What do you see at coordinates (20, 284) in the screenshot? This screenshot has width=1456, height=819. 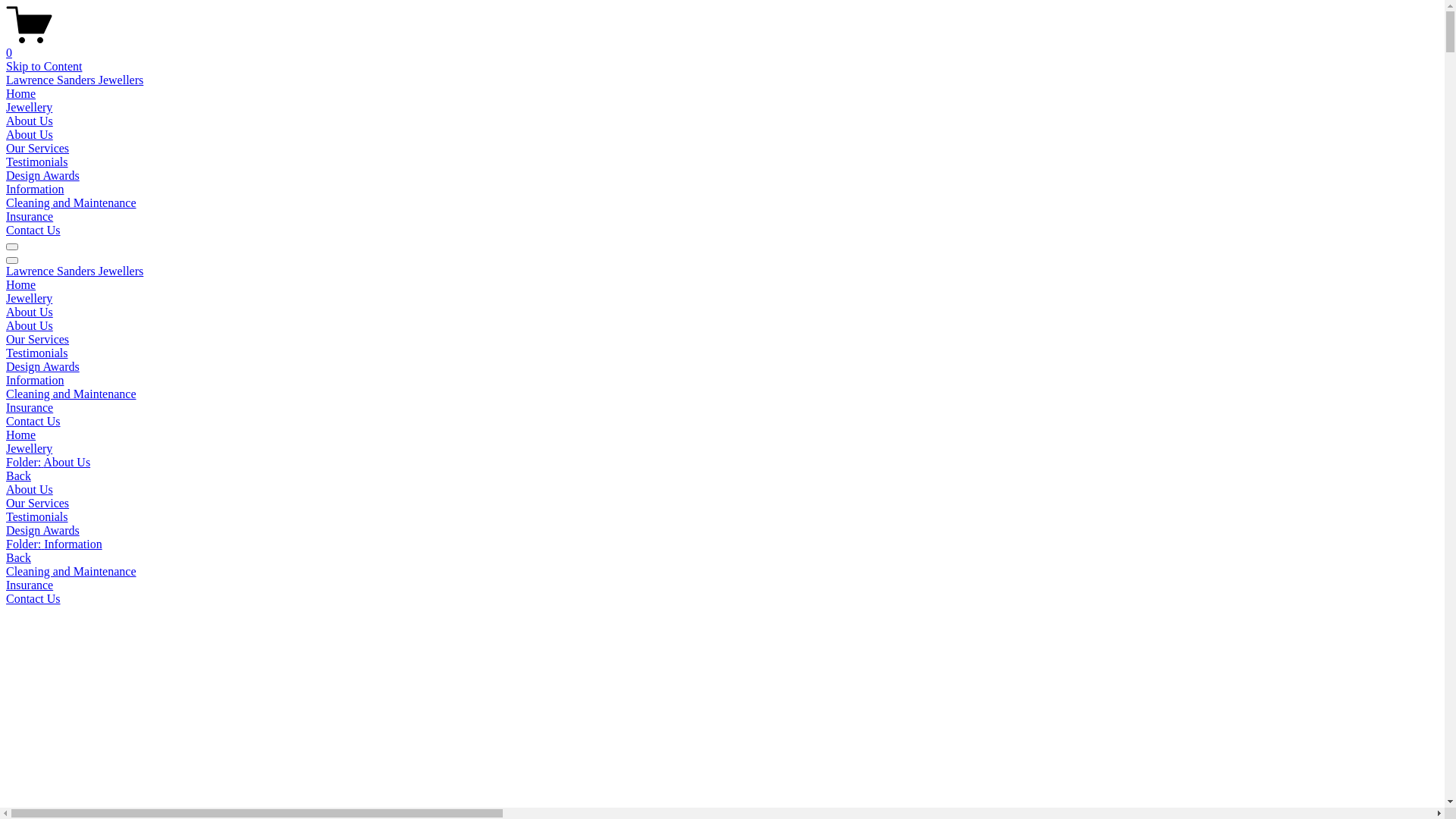 I see `'Home'` at bounding box center [20, 284].